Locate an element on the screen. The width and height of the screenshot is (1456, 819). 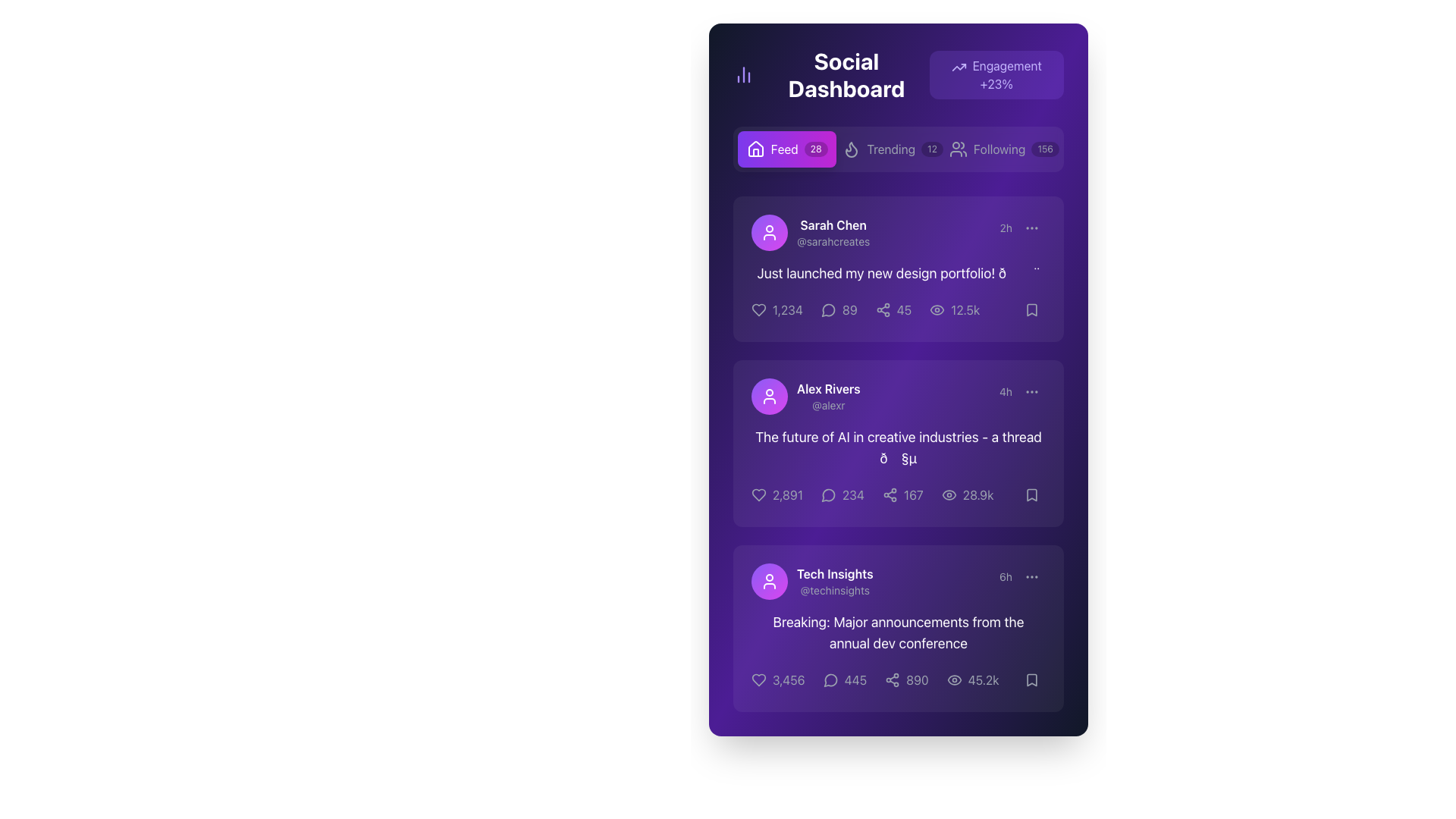
the share icon in the interactive engagement metric display, which represents the number of shares for the associated post, located centrally within the first post card is located at coordinates (893, 309).